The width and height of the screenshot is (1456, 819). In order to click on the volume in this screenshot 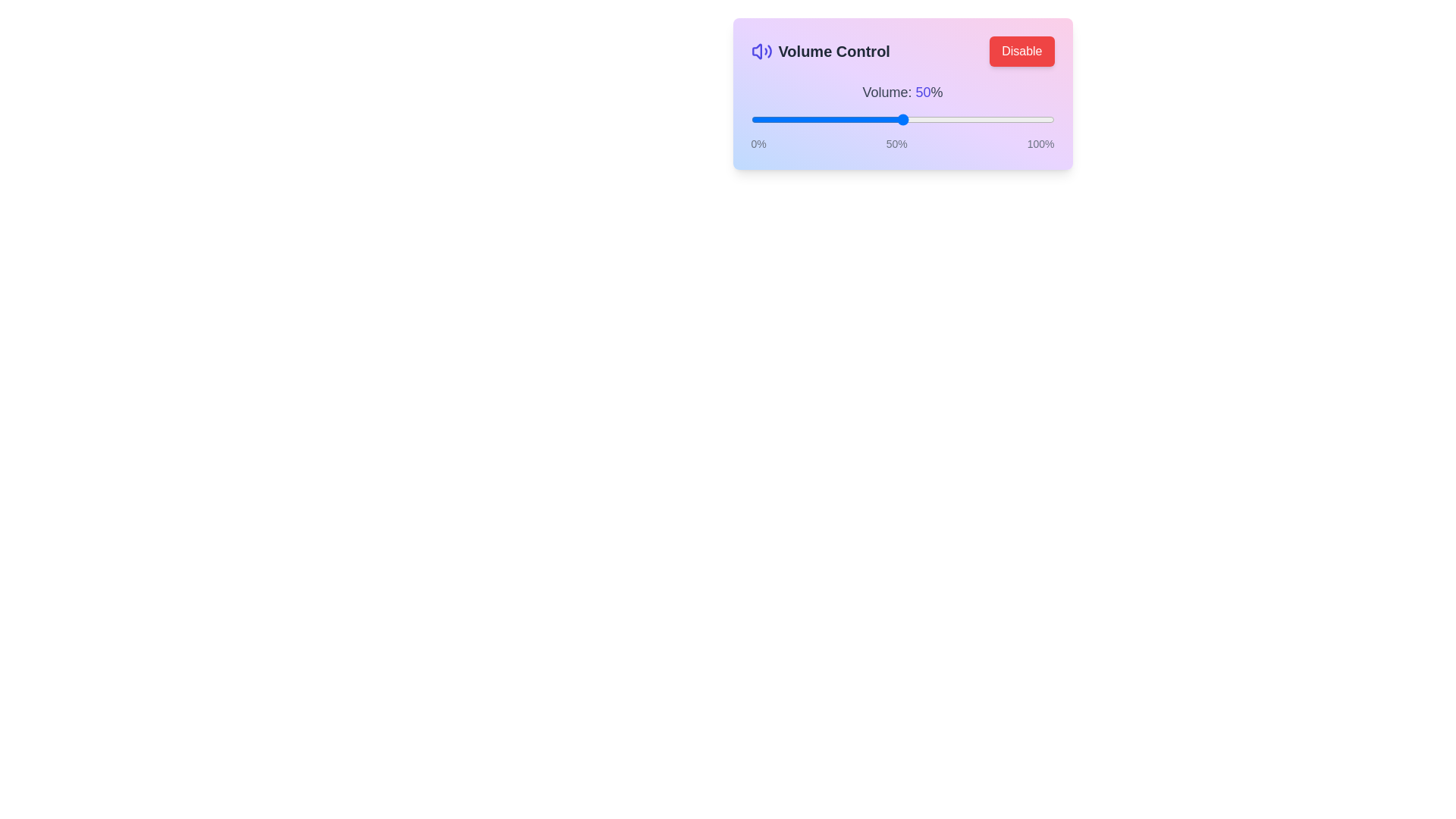, I will do `click(817, 119)`.